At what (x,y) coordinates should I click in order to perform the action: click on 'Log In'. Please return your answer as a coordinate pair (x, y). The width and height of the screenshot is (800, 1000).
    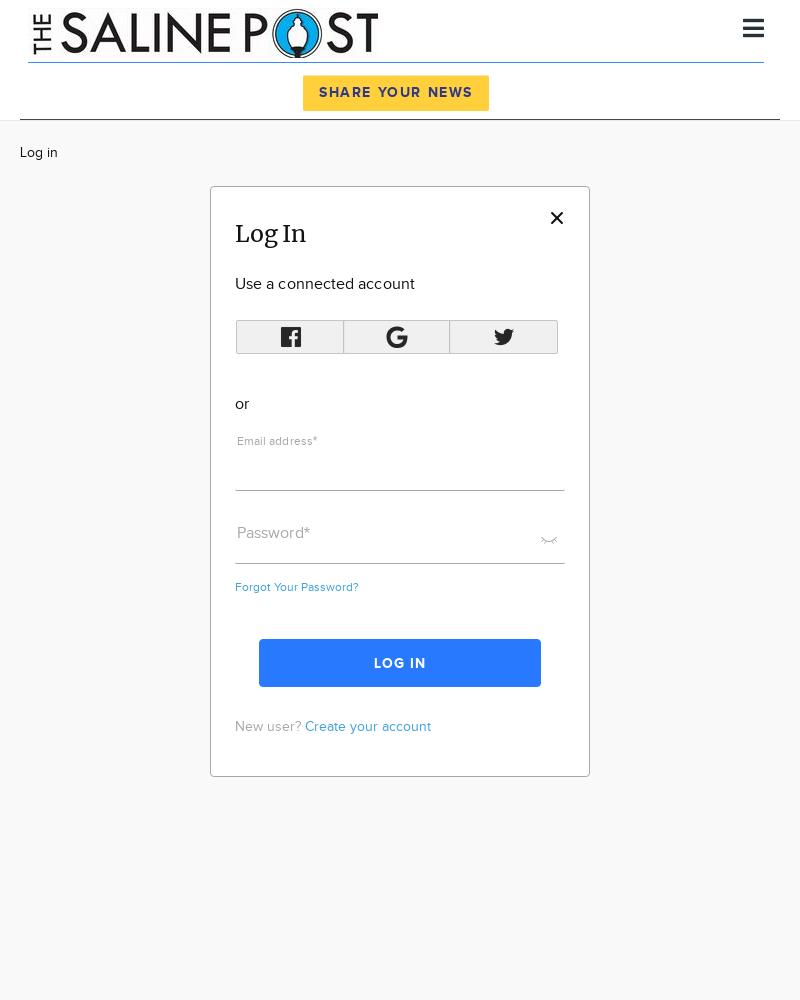
    Looking at the image, I should click on (270, 232).